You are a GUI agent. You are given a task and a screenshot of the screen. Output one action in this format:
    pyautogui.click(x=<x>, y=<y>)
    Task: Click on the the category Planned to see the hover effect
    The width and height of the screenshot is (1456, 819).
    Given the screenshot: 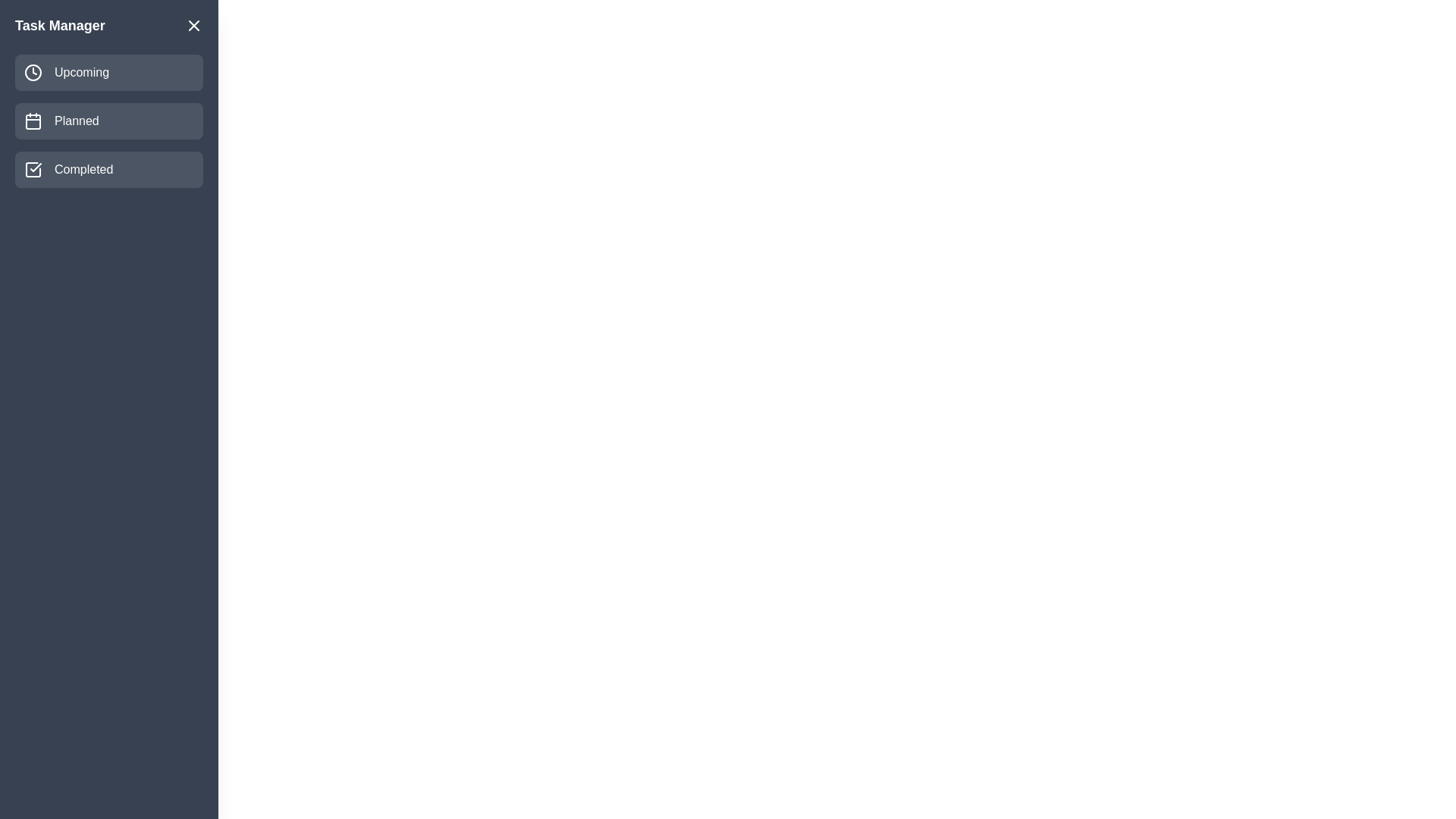 What is the action you would take?
    pyautogui.click(x=108, y=120)
    